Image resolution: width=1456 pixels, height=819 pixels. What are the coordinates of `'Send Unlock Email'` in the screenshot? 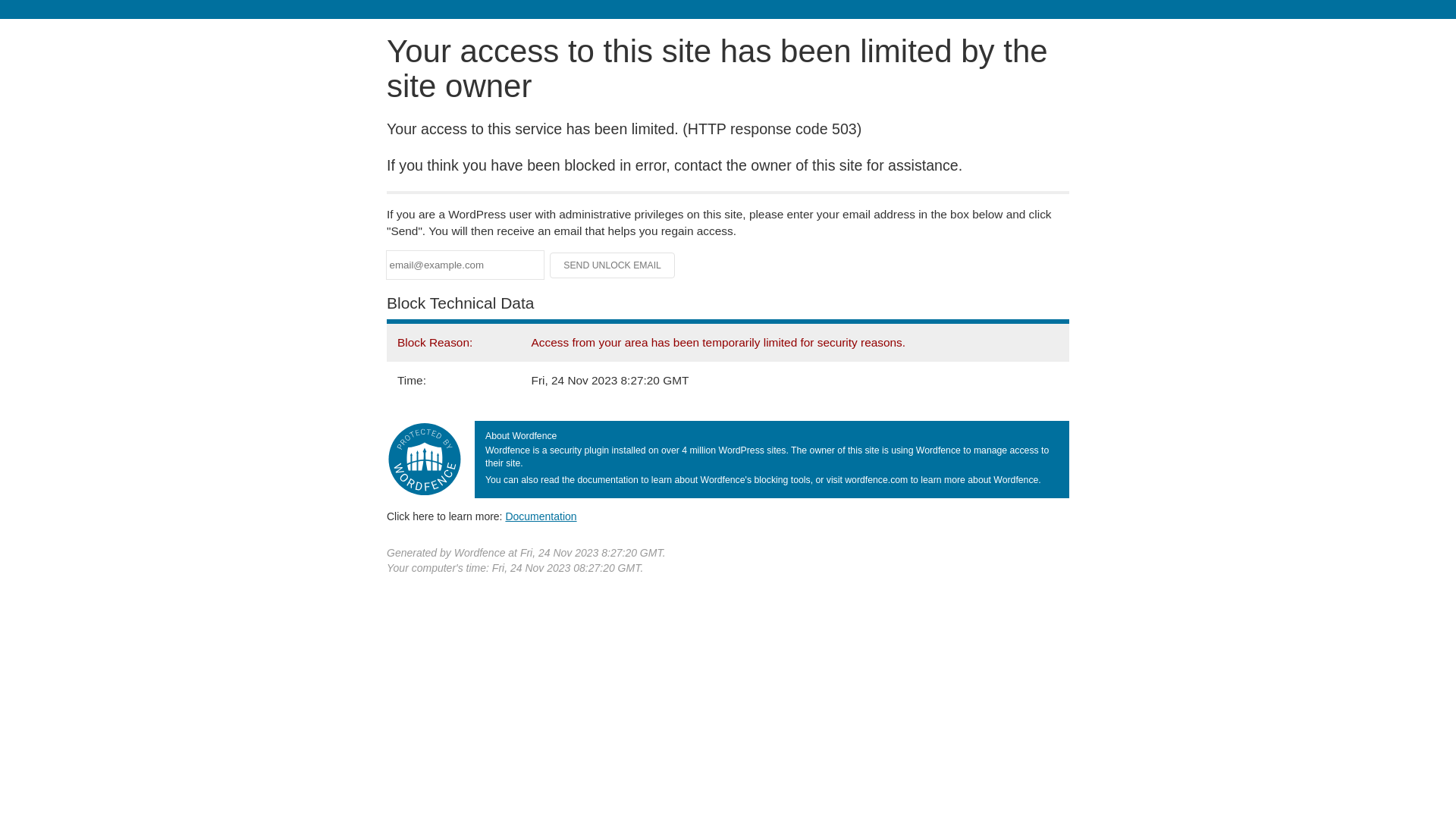 It's located at (612, 265).